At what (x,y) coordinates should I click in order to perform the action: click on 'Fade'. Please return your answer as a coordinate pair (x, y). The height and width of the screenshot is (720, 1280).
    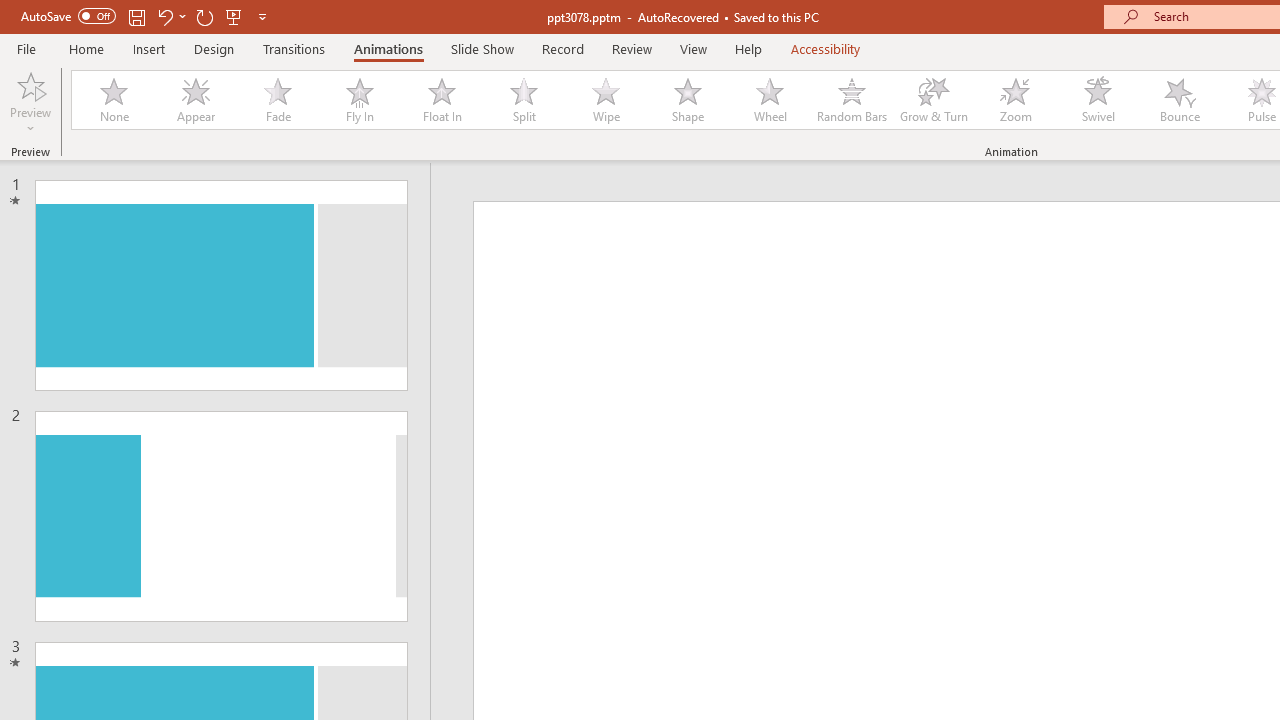
    Looking at the image, I should click on (276, 100).